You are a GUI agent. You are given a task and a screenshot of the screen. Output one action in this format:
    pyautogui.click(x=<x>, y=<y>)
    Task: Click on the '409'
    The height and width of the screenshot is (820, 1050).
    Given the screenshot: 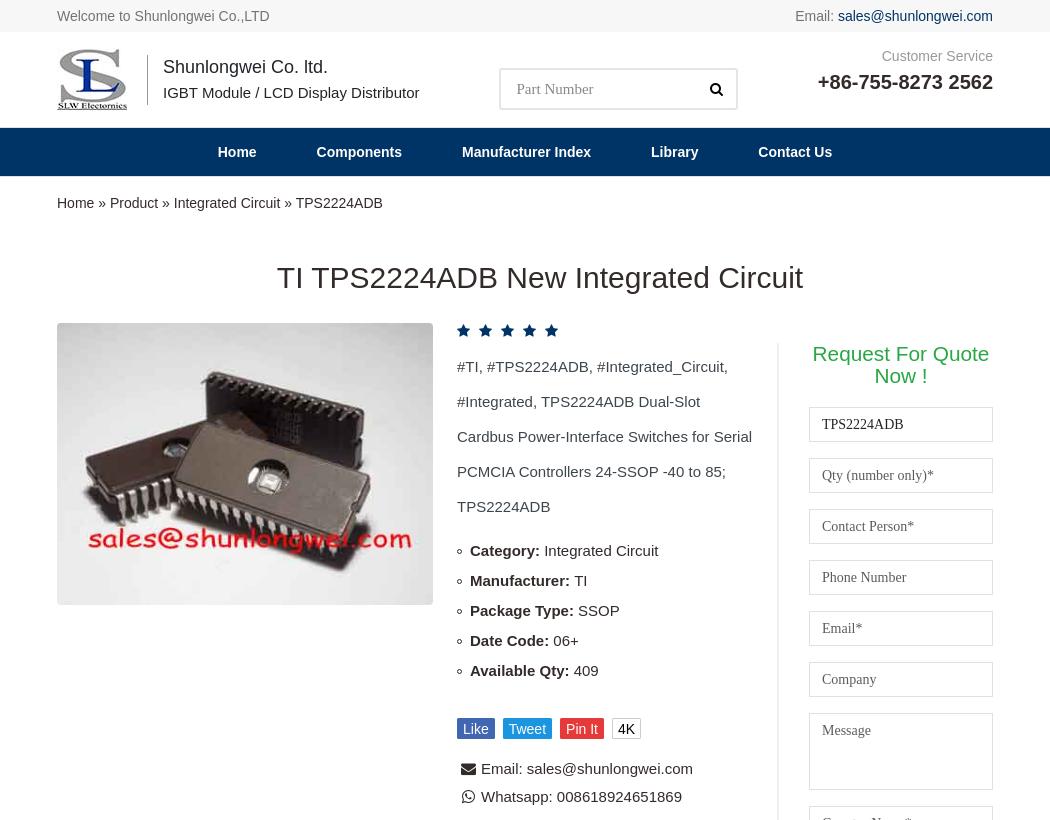 What is the action you would take?
    pyautogui.click(x=584, y=240)
    